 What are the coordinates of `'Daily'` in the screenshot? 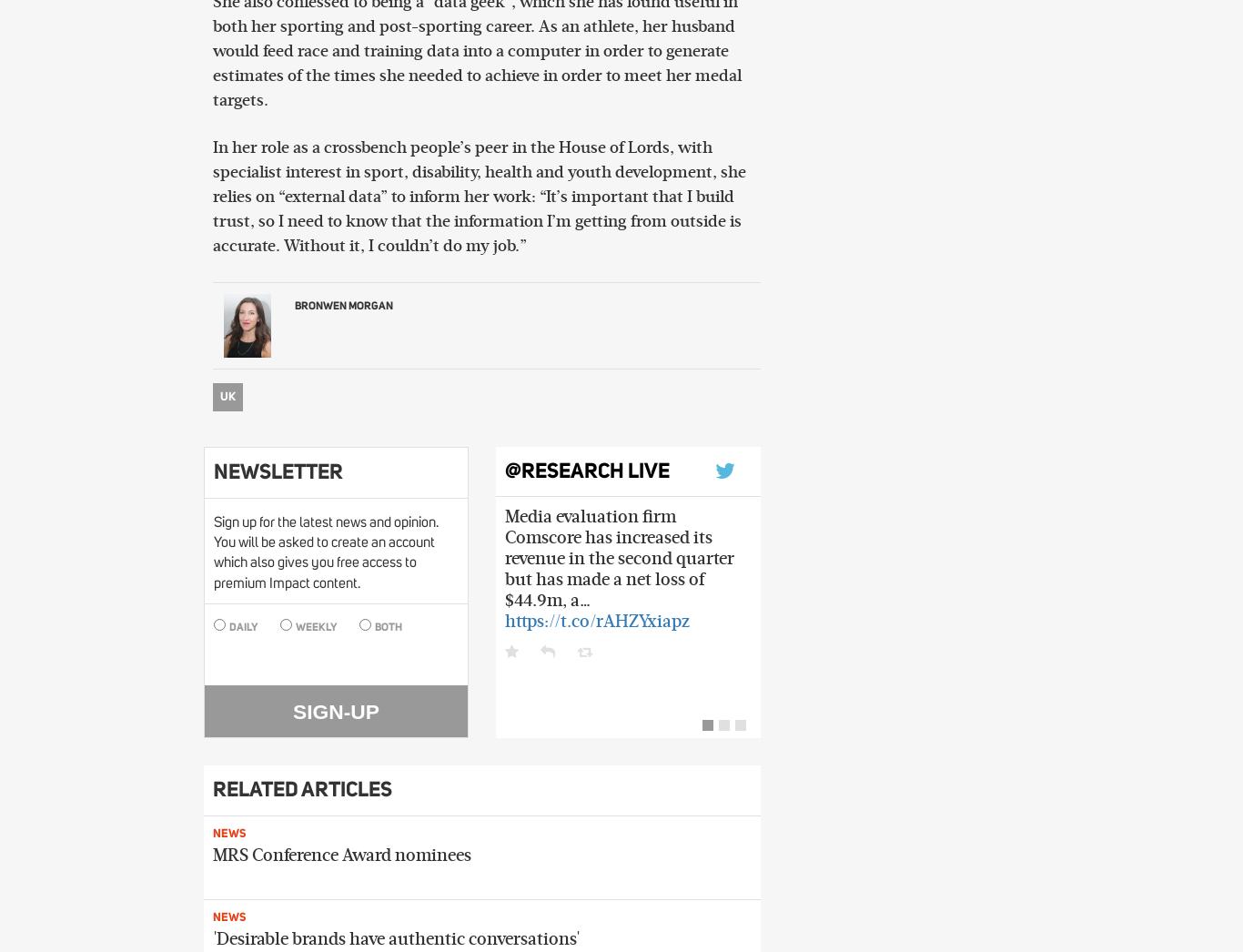 It's located at (241, 627).